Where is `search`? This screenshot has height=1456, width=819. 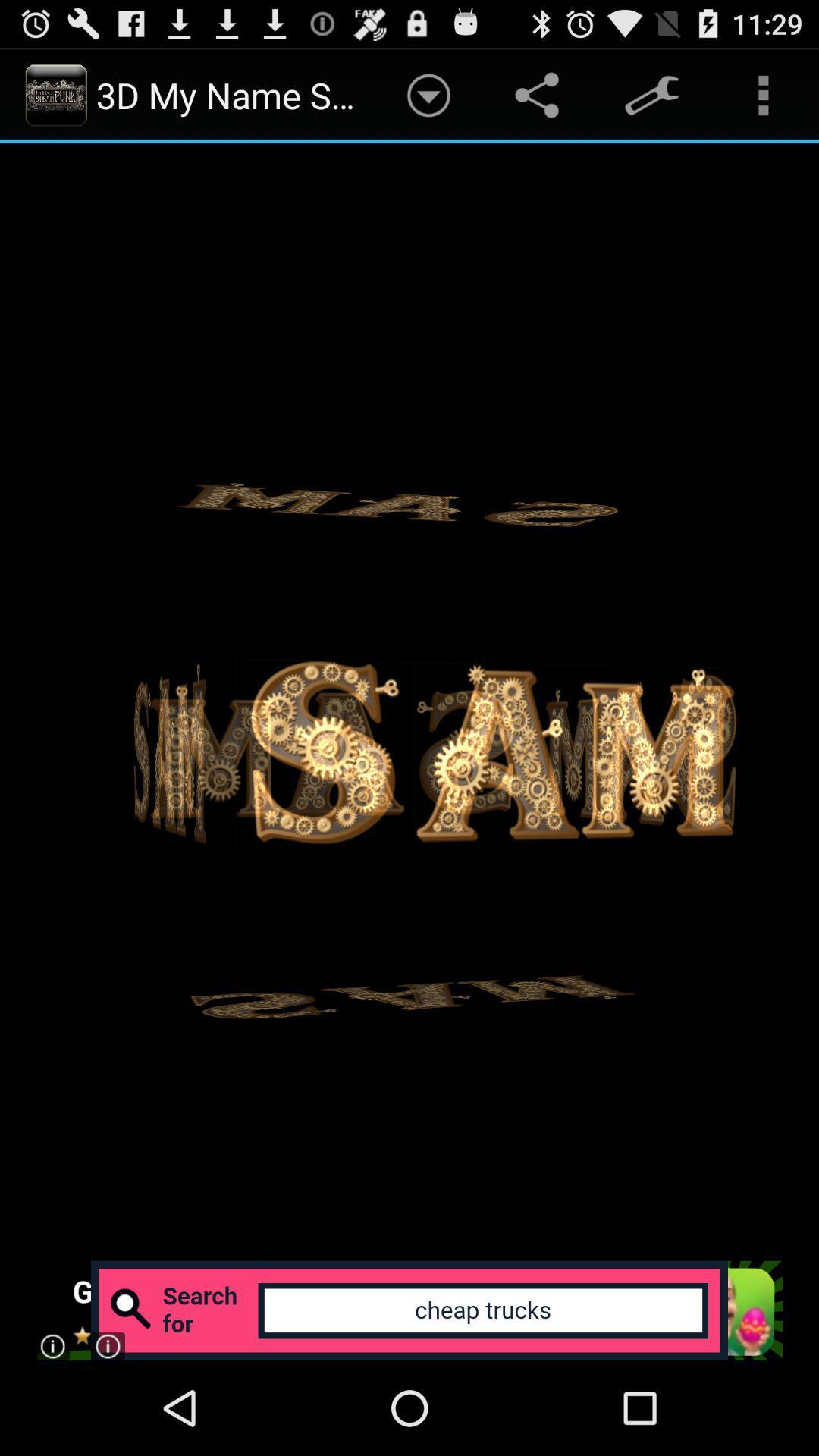
search is located at coordinates (408, 1310).